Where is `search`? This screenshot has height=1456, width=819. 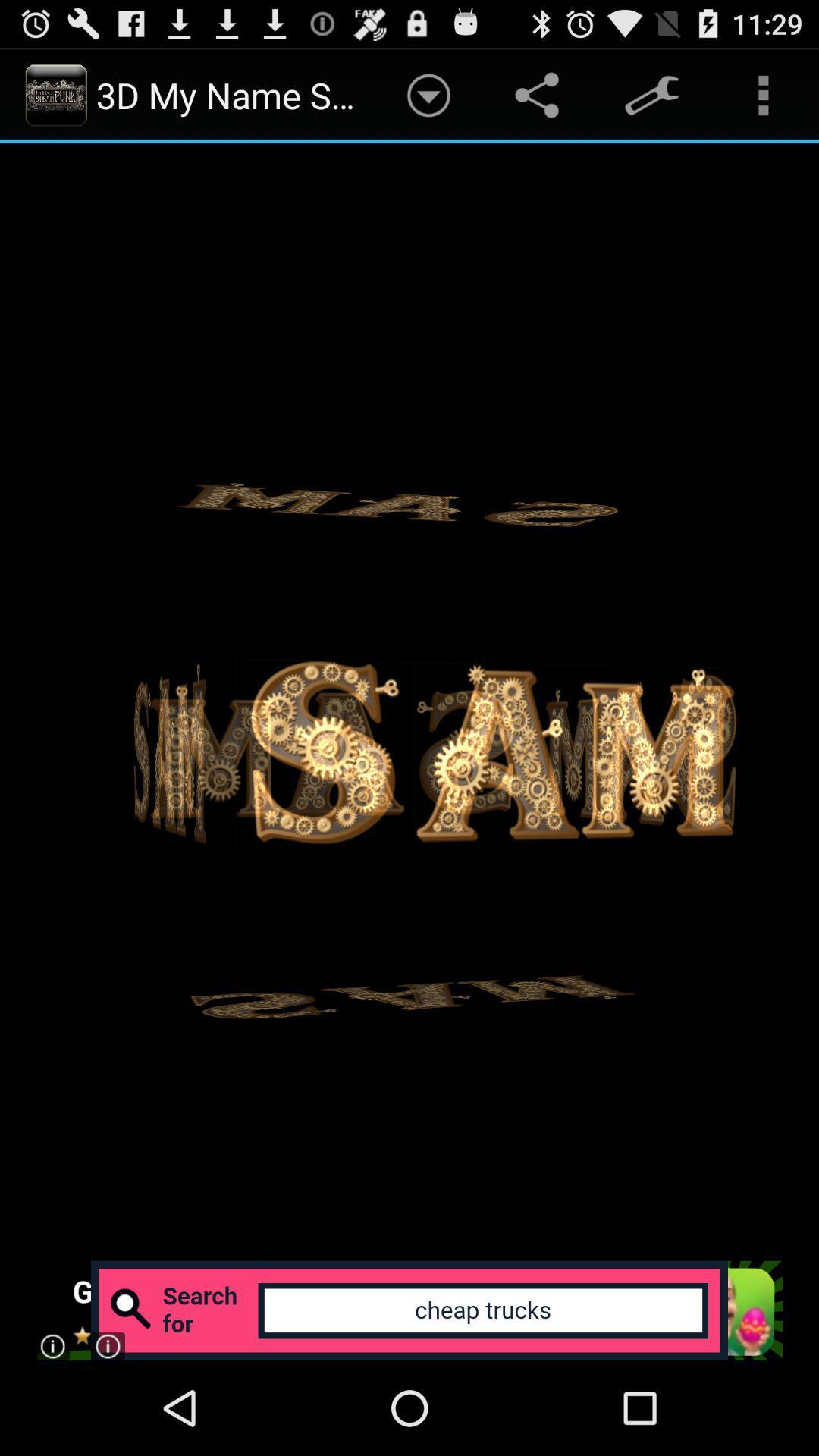
search is located at coordinates (408, 1310).